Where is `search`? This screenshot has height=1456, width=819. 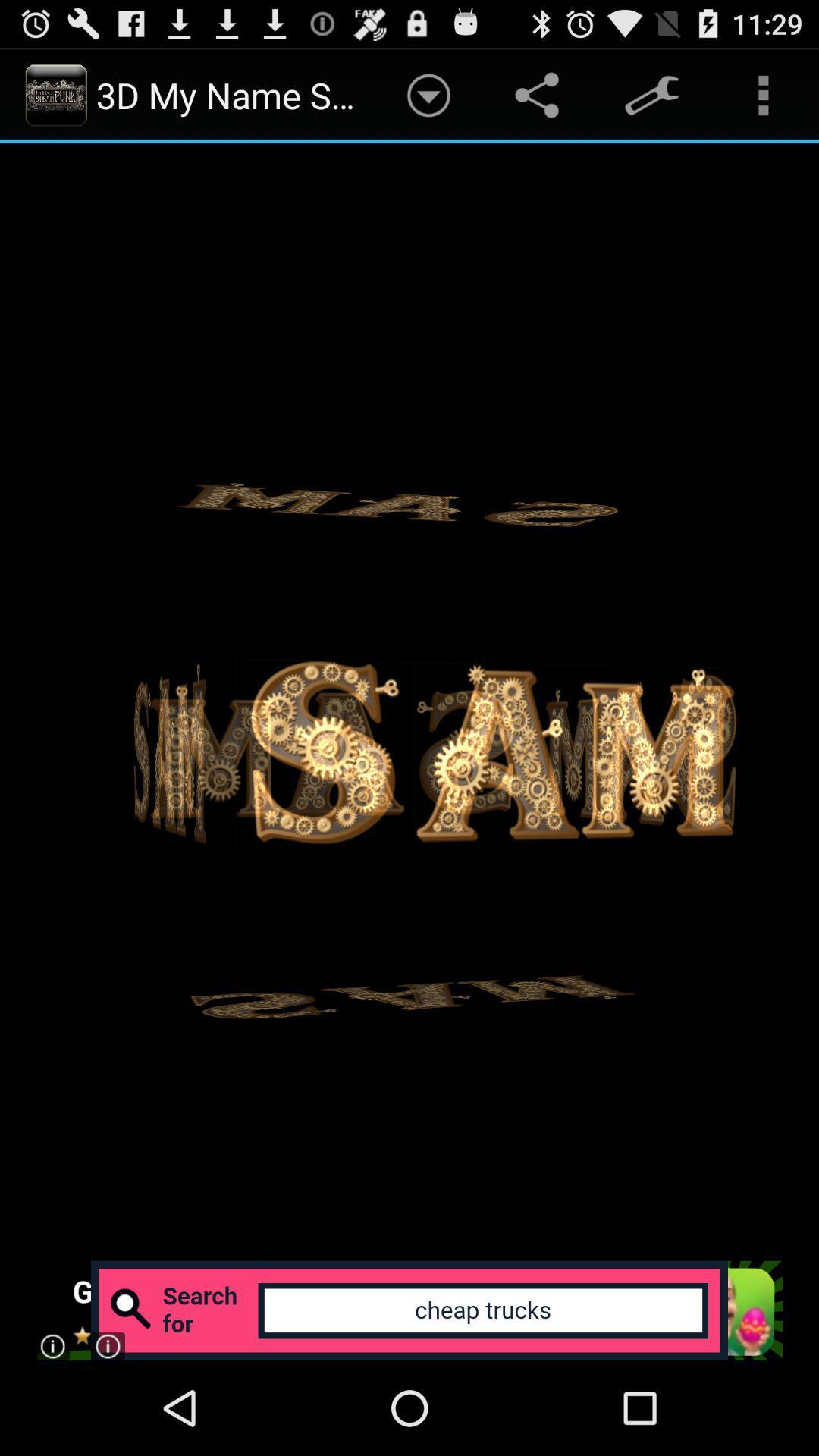
search is located at coordinates (408, 1310).